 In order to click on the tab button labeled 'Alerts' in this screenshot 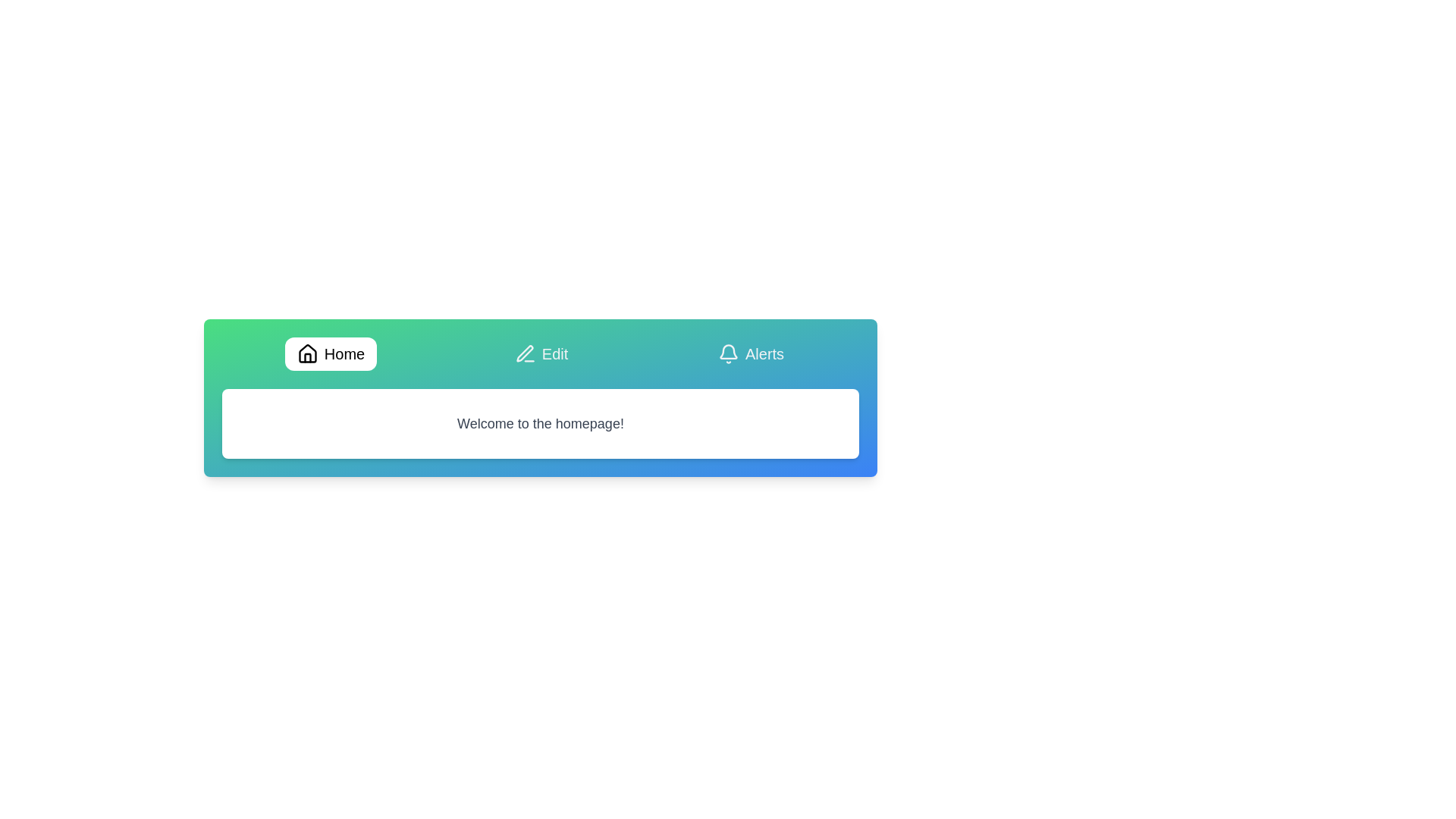, I will do `click(751, 353)`.